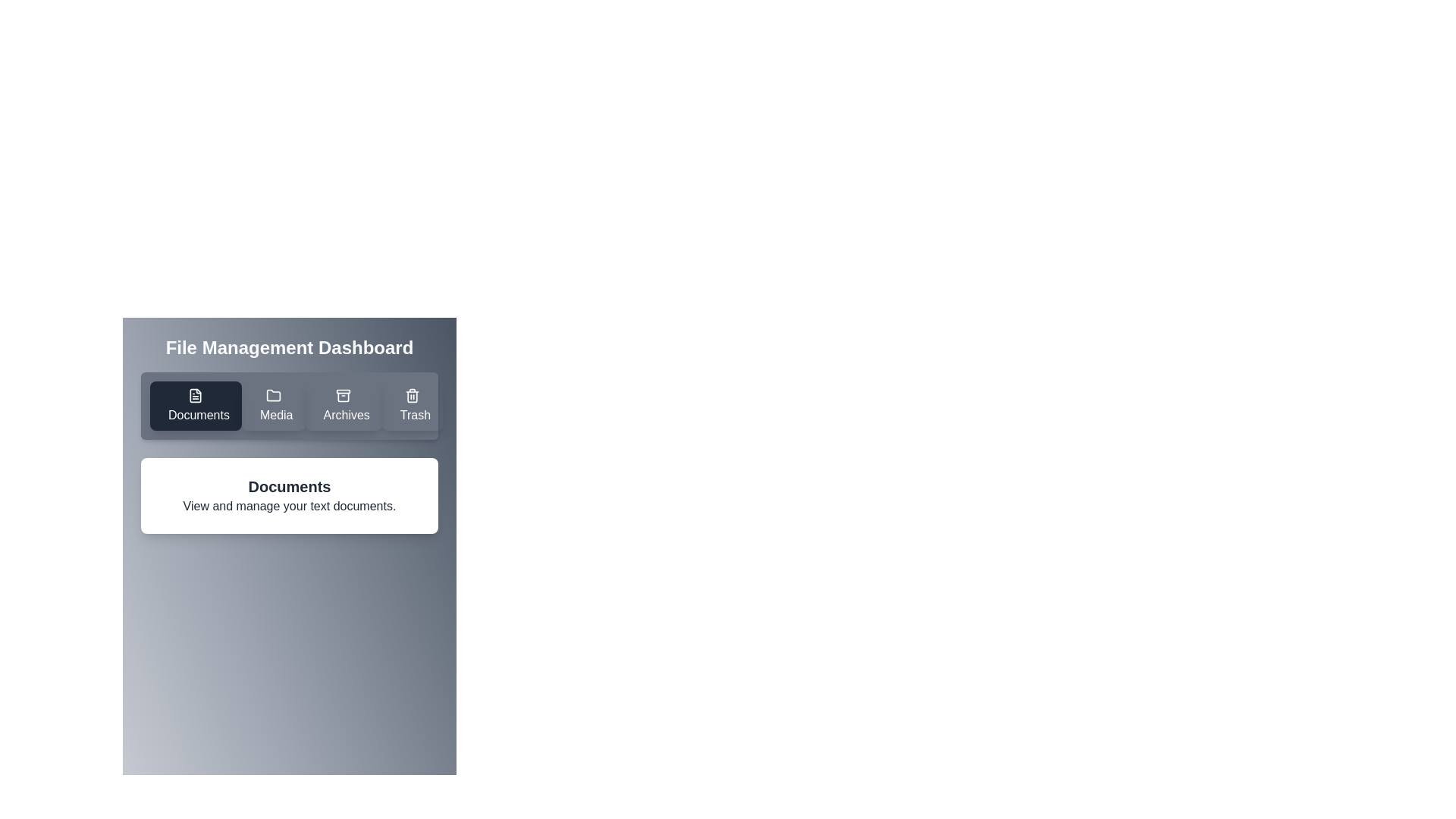 The width and height of the screenshot is (1456, 819). I want to click on the tab button corresponding to Trash, so click(412, 405).